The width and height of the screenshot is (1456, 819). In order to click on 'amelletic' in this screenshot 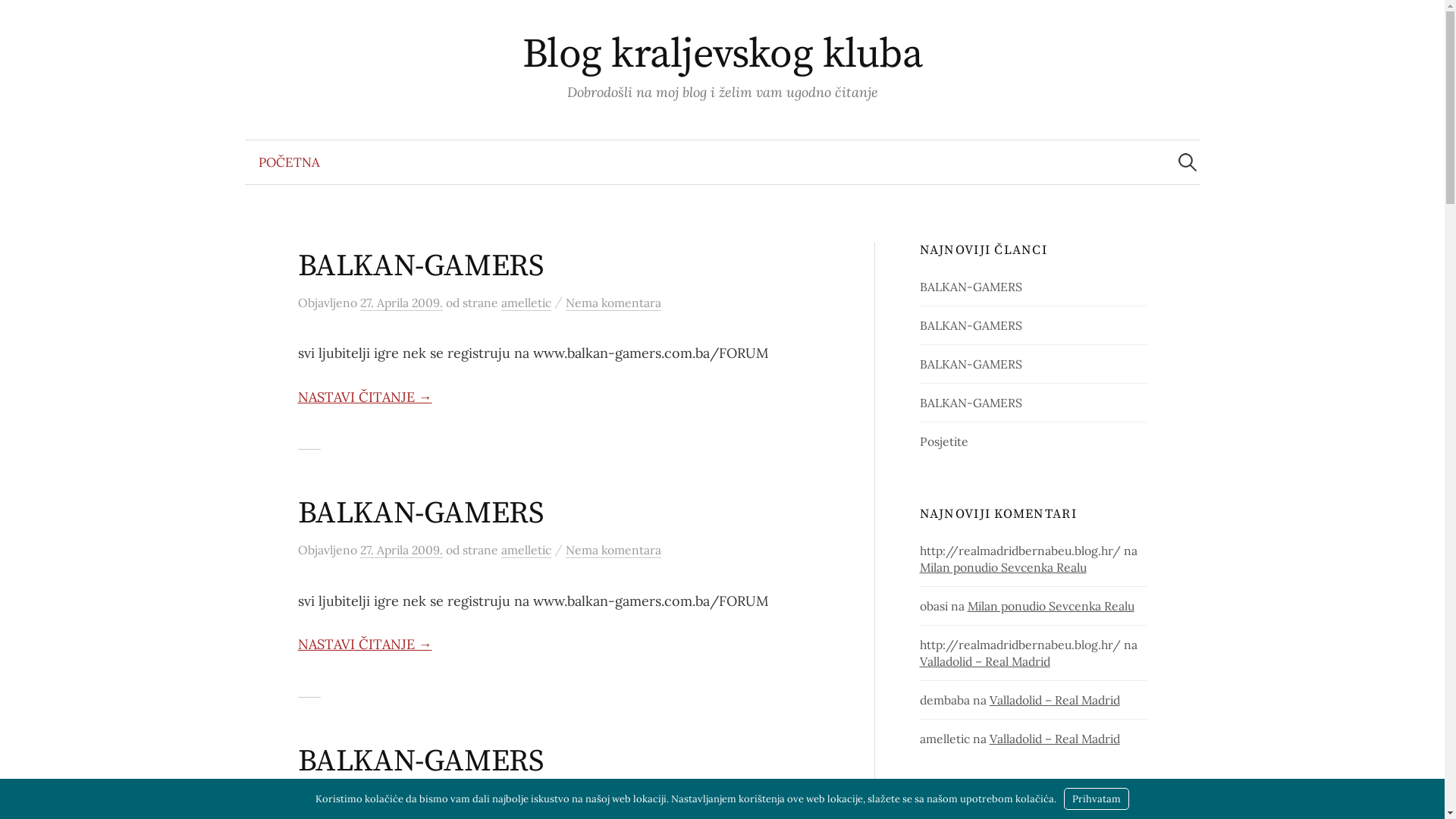, I will do `click(500, 303)`.